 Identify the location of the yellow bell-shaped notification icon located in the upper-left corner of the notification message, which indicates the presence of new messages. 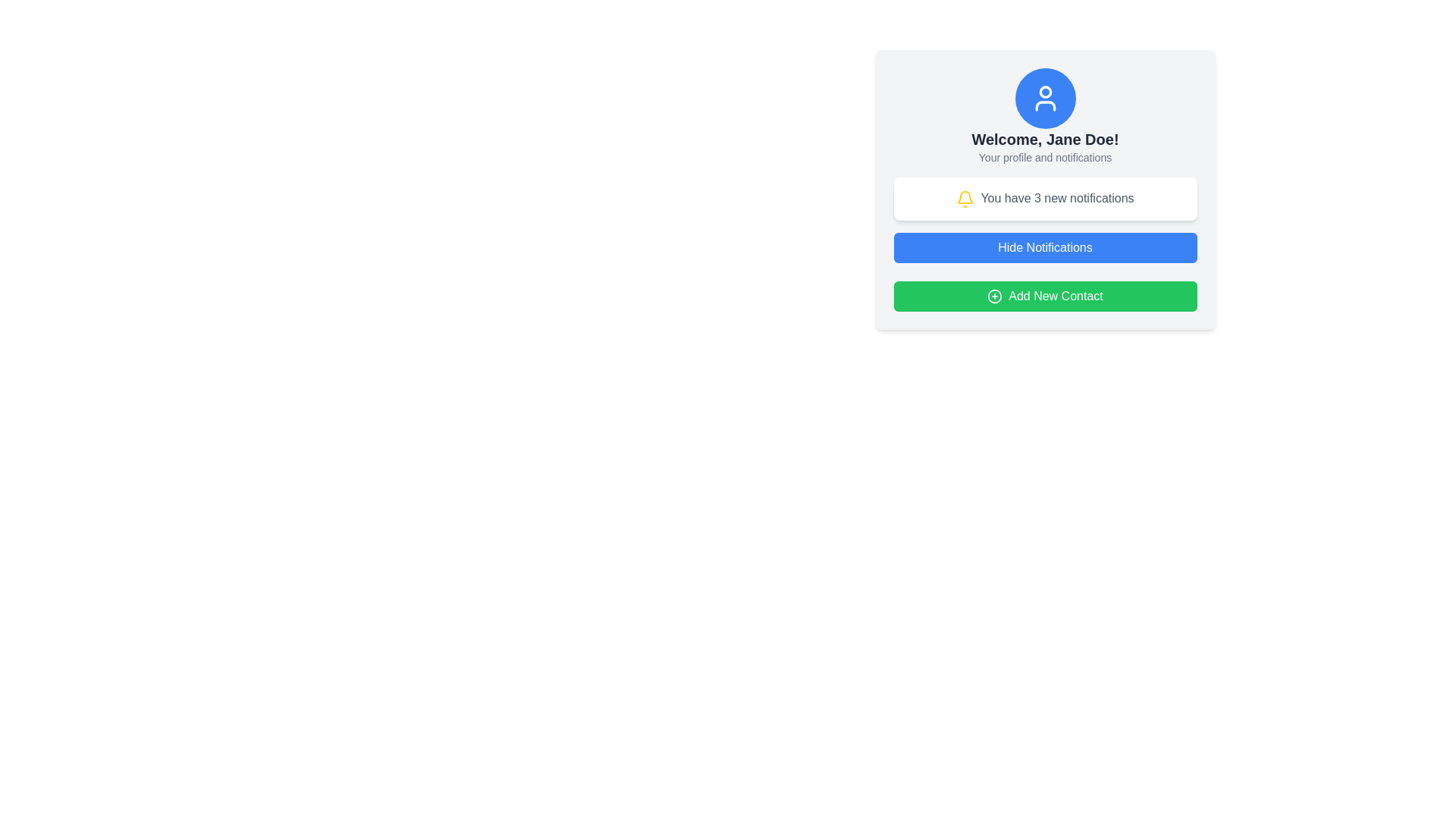
(965, 196).